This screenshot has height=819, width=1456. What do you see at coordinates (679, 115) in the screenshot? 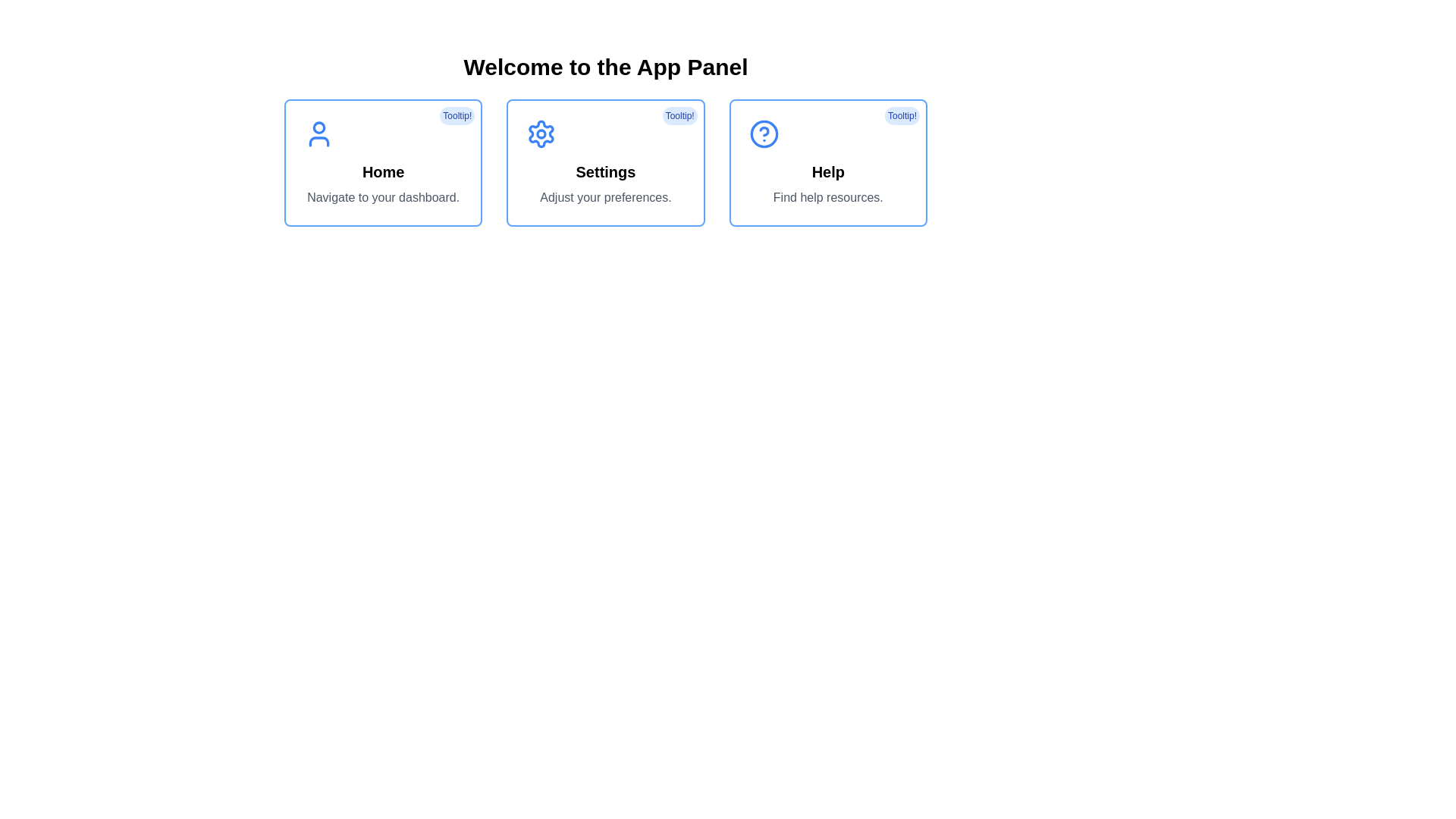
I see `the Tooltip indicator located at the top-right corner of the 'Settings' section card` at bounding box center [679, 115].